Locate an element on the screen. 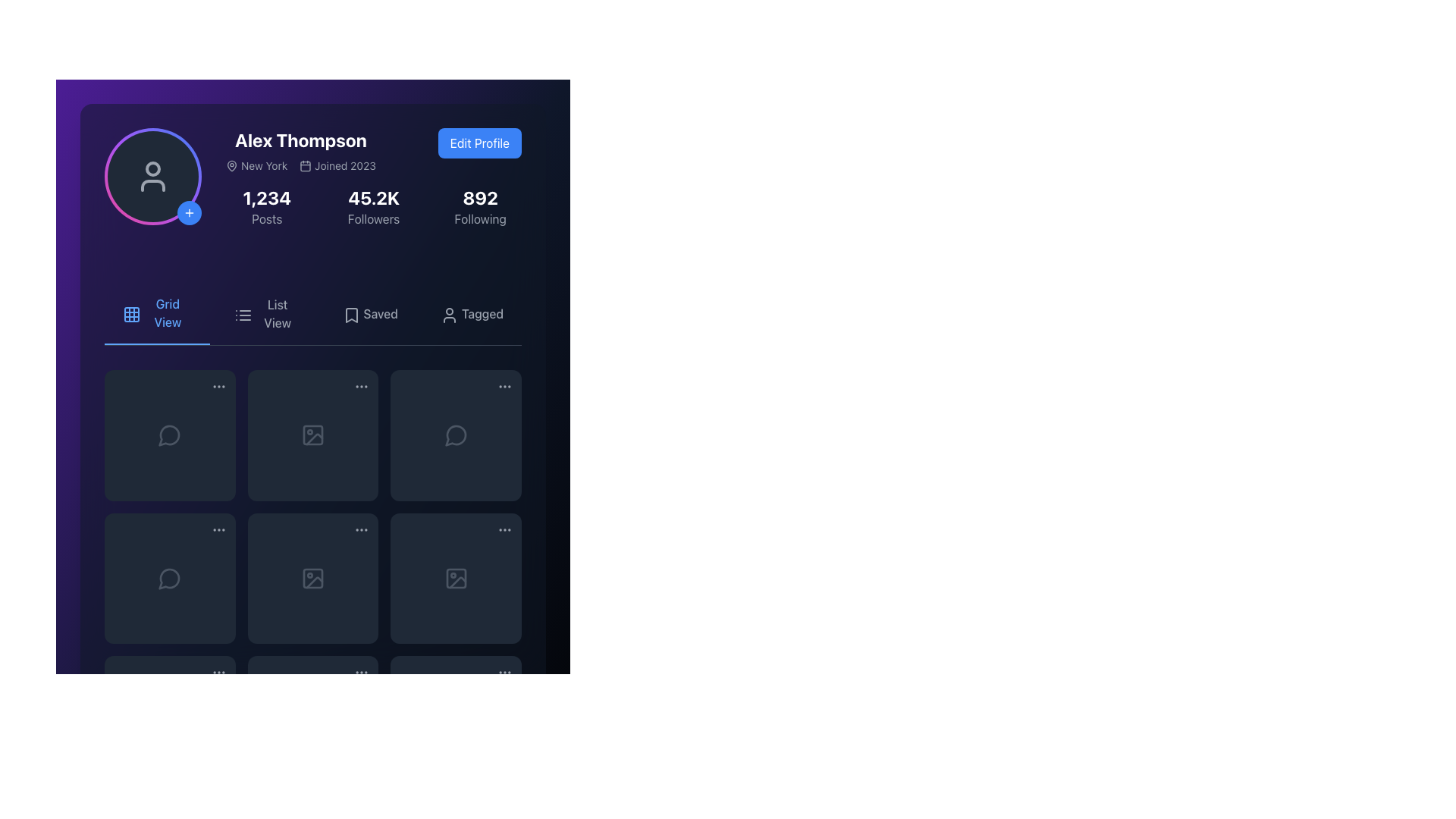  the comment or speech bubble icon is located at coordinates (169, 435).